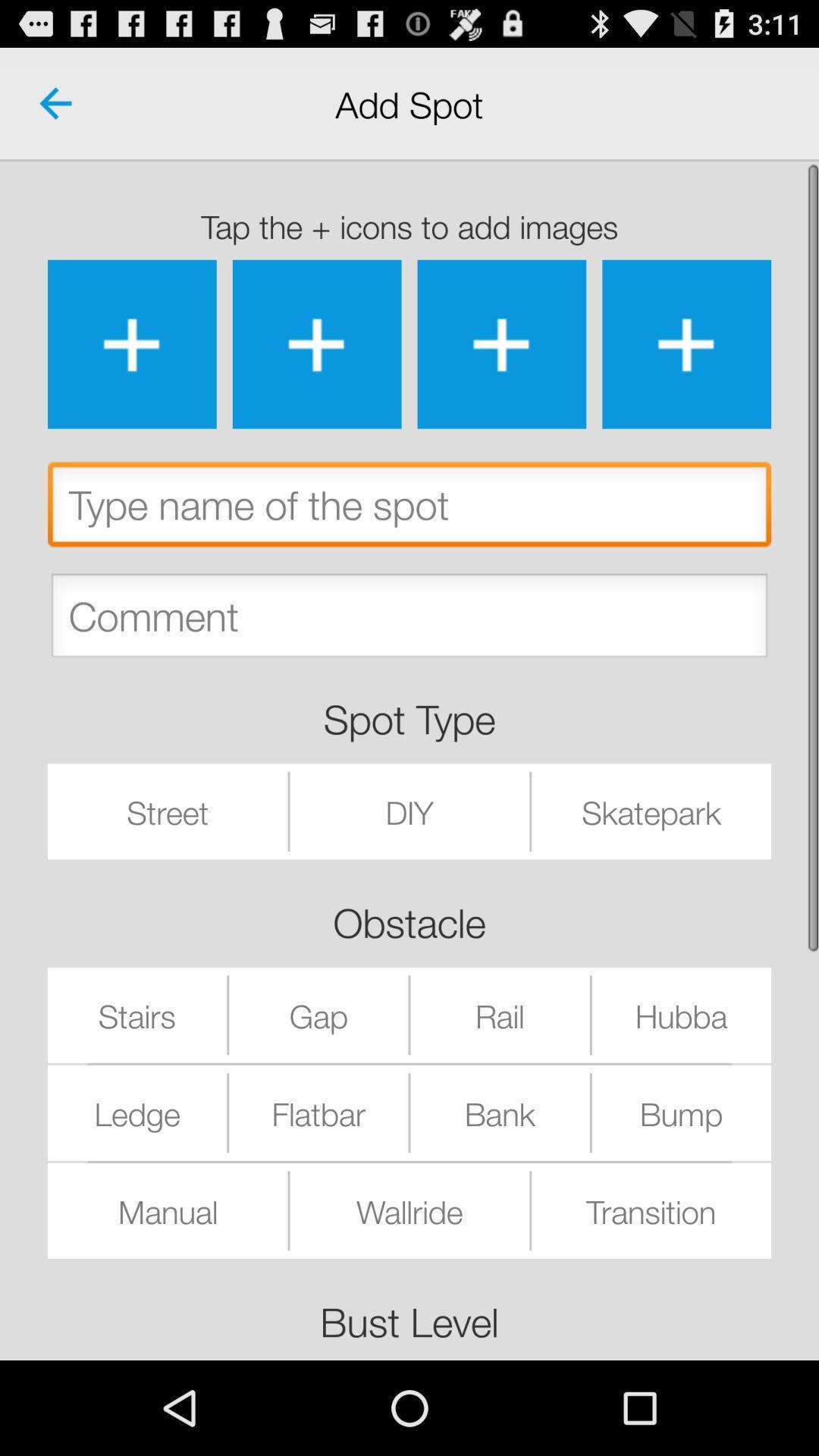 The height and width of the screenshot is (1456, 819). Describe the element at coordinates (316, 344) in the screenshot. I see `images` at that location.